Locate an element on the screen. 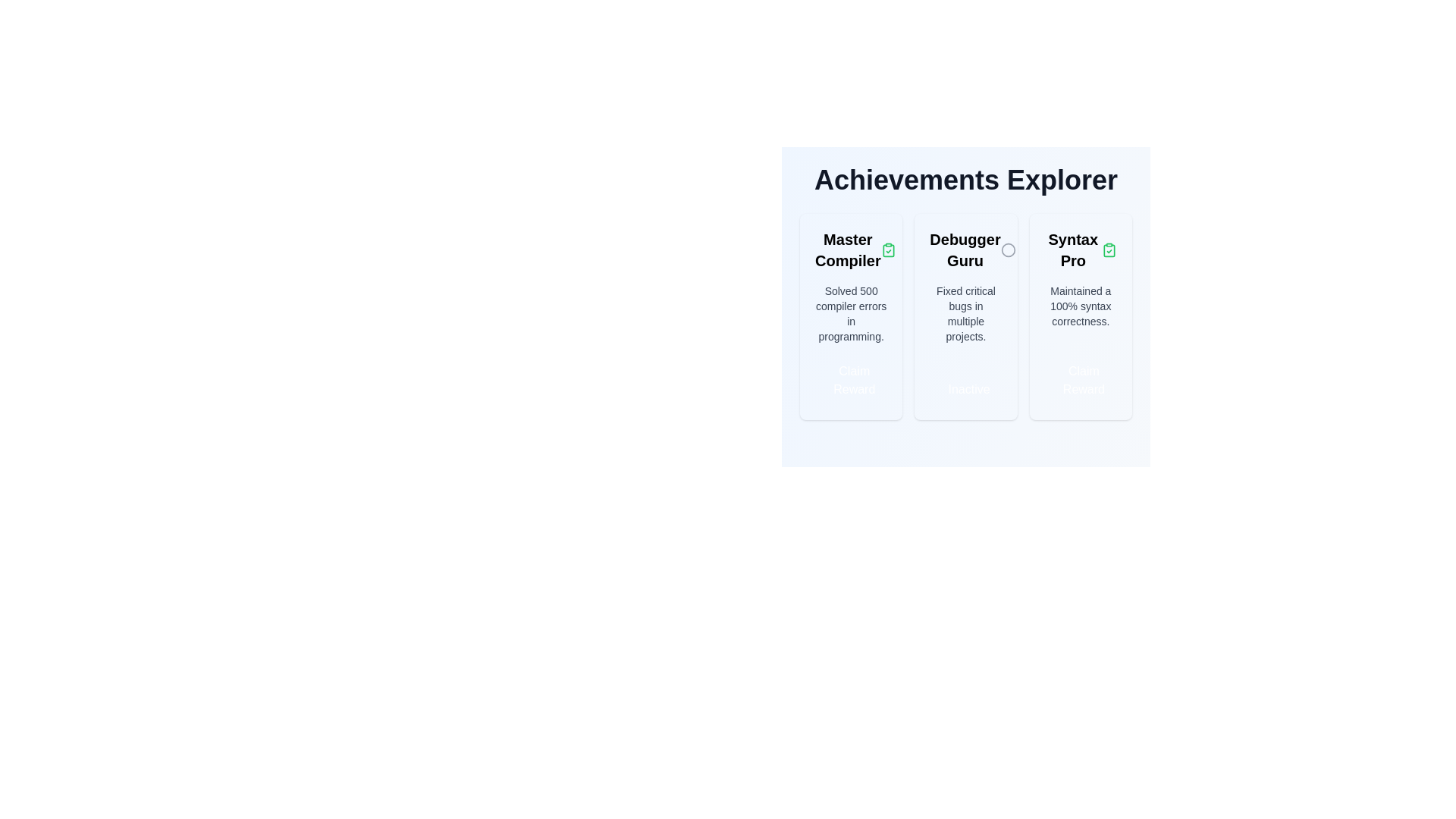 The height and width of the screenshot is (819, 1456). the Static text heading for the 'Syntax Pro' achievement card, which is located at the top segment of the rightmost card in the achievements section is located at coordinates (1080, 249).